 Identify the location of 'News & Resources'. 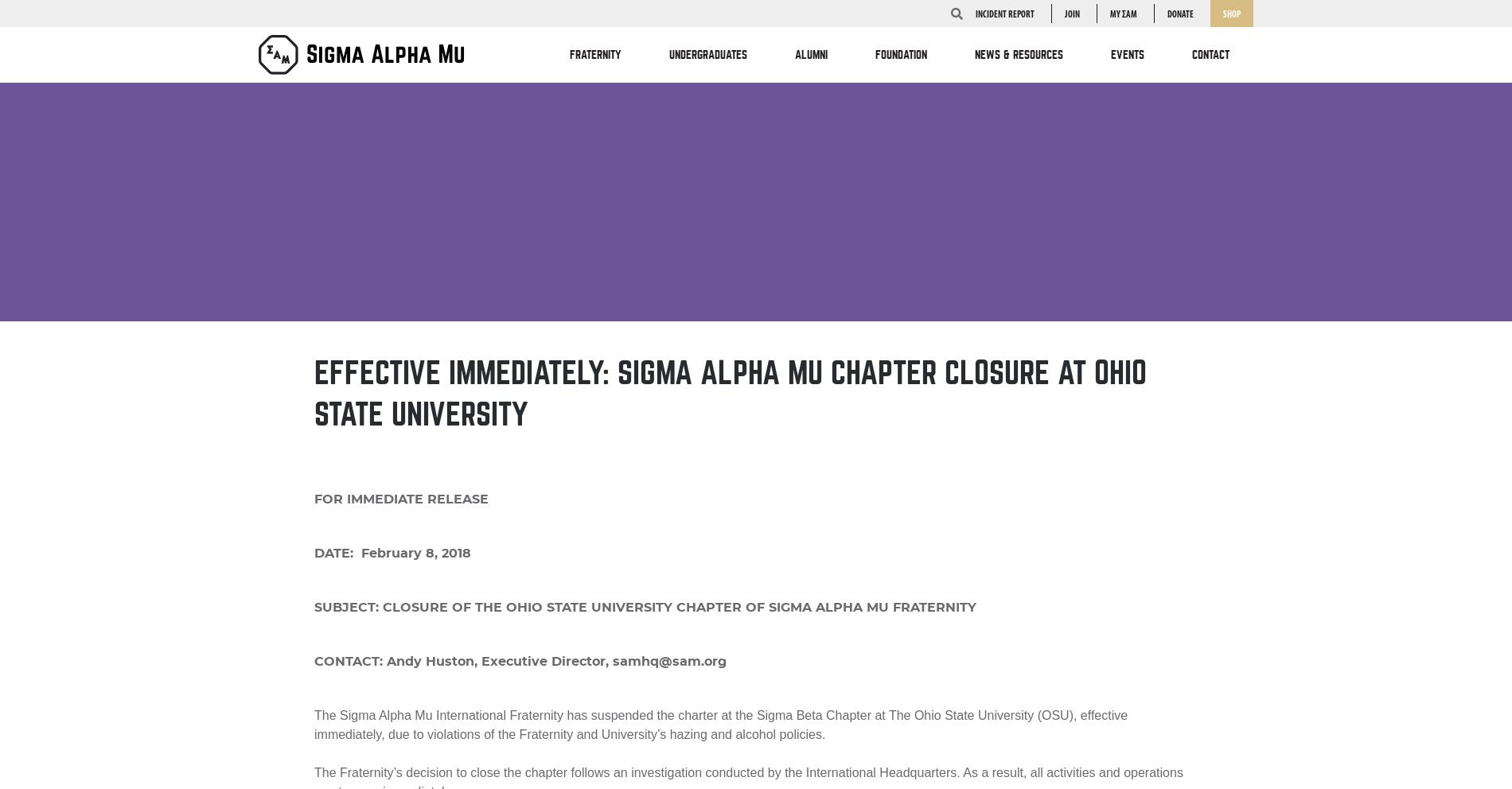
(973, 55).